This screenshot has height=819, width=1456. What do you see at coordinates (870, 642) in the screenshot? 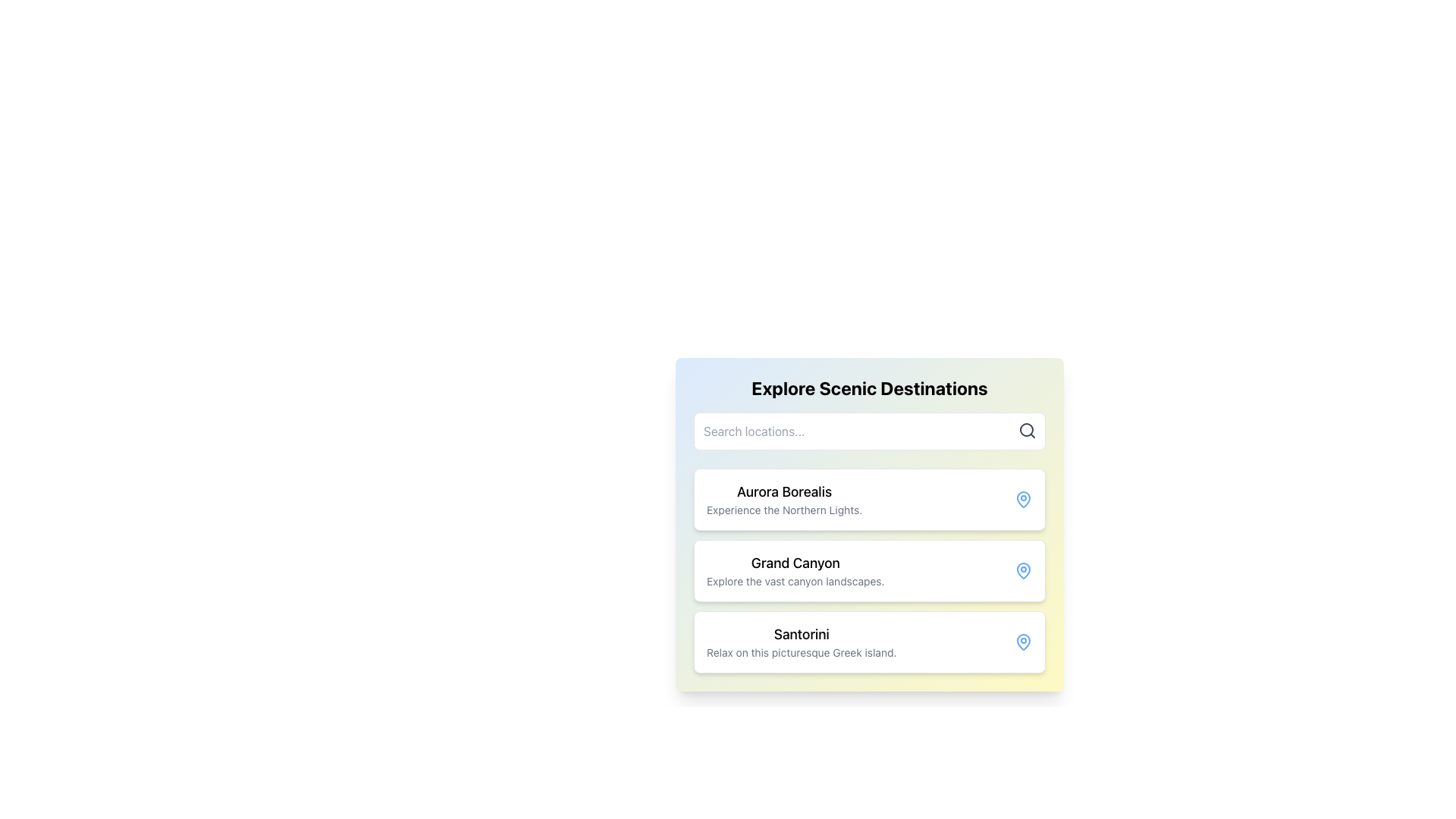
I see `the 'Santorini' list item card, which is the third card in the 'Explore Scenic Destinations' section, featuring a bold title and a map pin icon` at bounding box center [870, 642].